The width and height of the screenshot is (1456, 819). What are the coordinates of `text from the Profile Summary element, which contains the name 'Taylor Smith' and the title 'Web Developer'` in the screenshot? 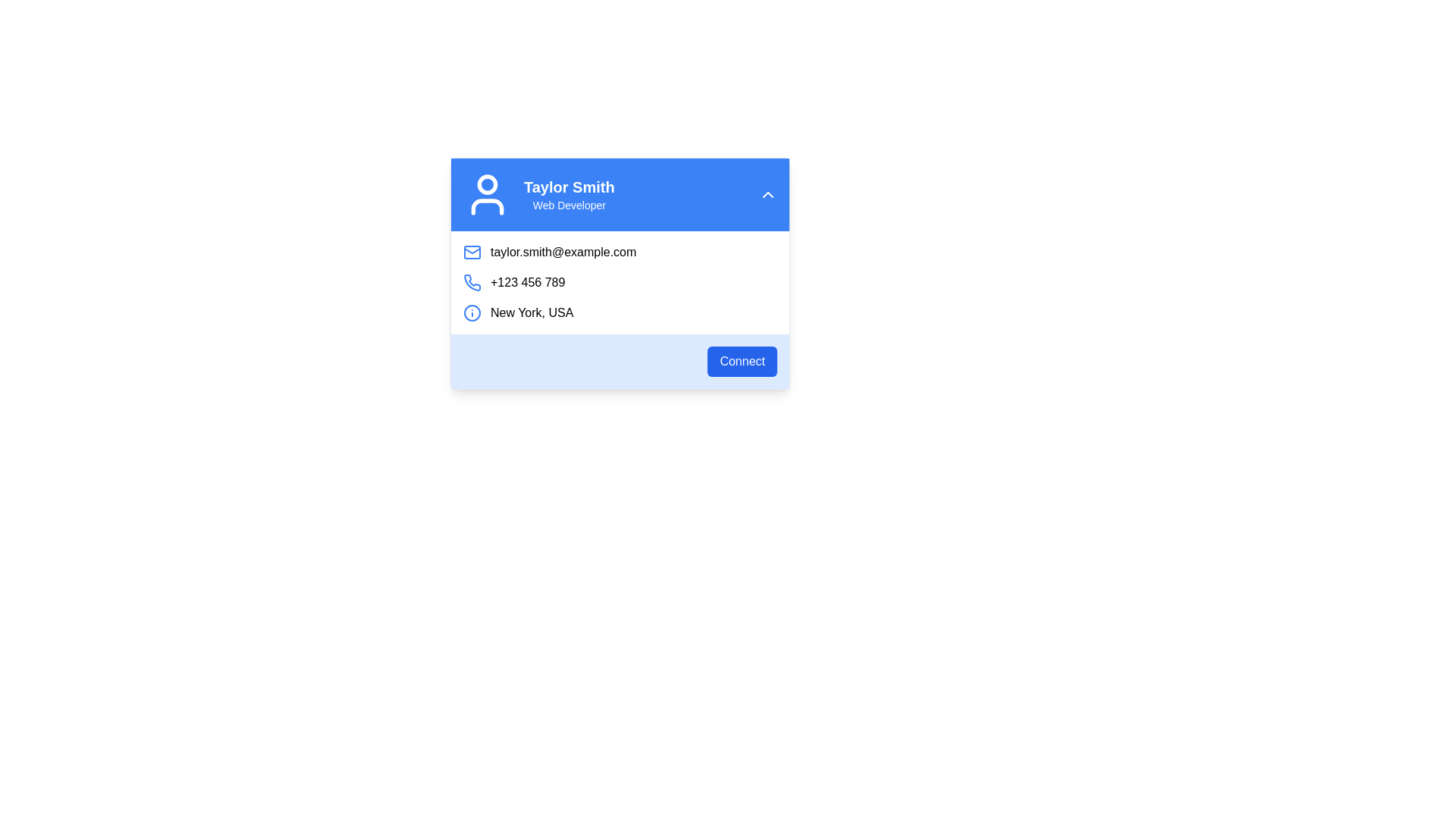 It's located at (538, 194).